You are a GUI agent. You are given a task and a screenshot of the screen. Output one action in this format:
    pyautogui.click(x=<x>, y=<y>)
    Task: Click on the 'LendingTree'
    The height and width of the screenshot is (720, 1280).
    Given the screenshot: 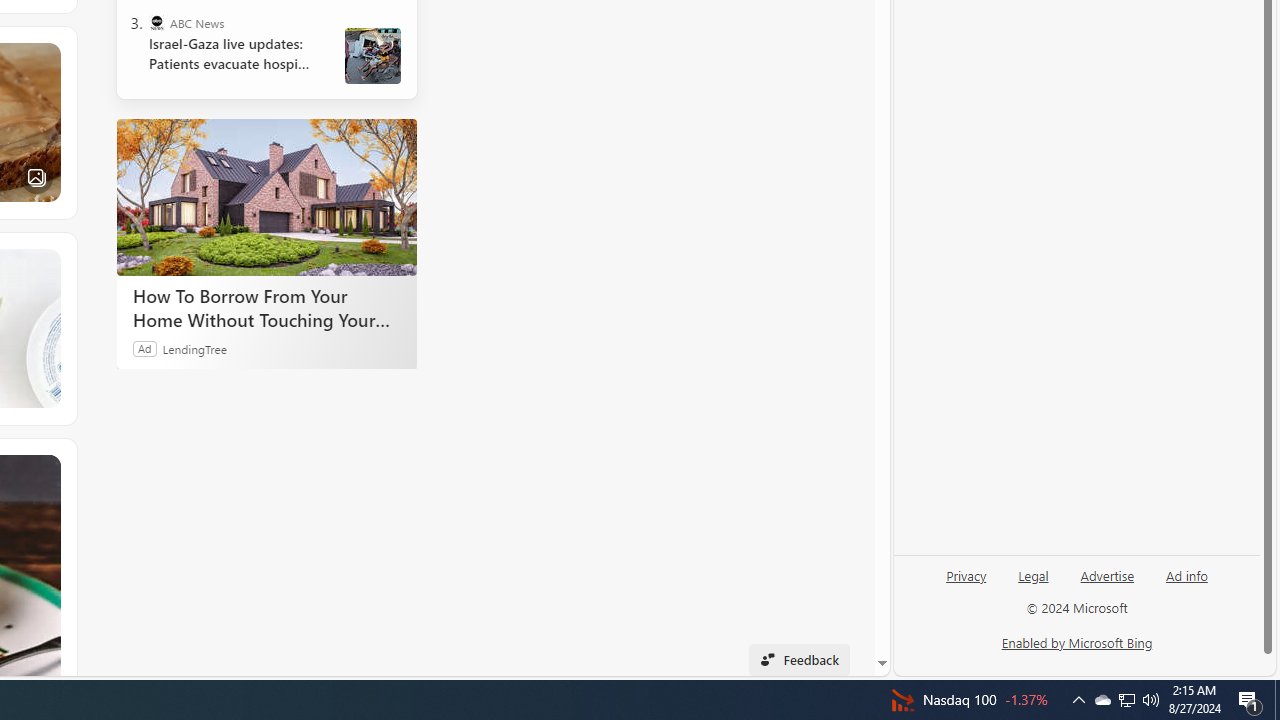 What is the action you would take?
    pyautogui.click(x=195, y=347)
    